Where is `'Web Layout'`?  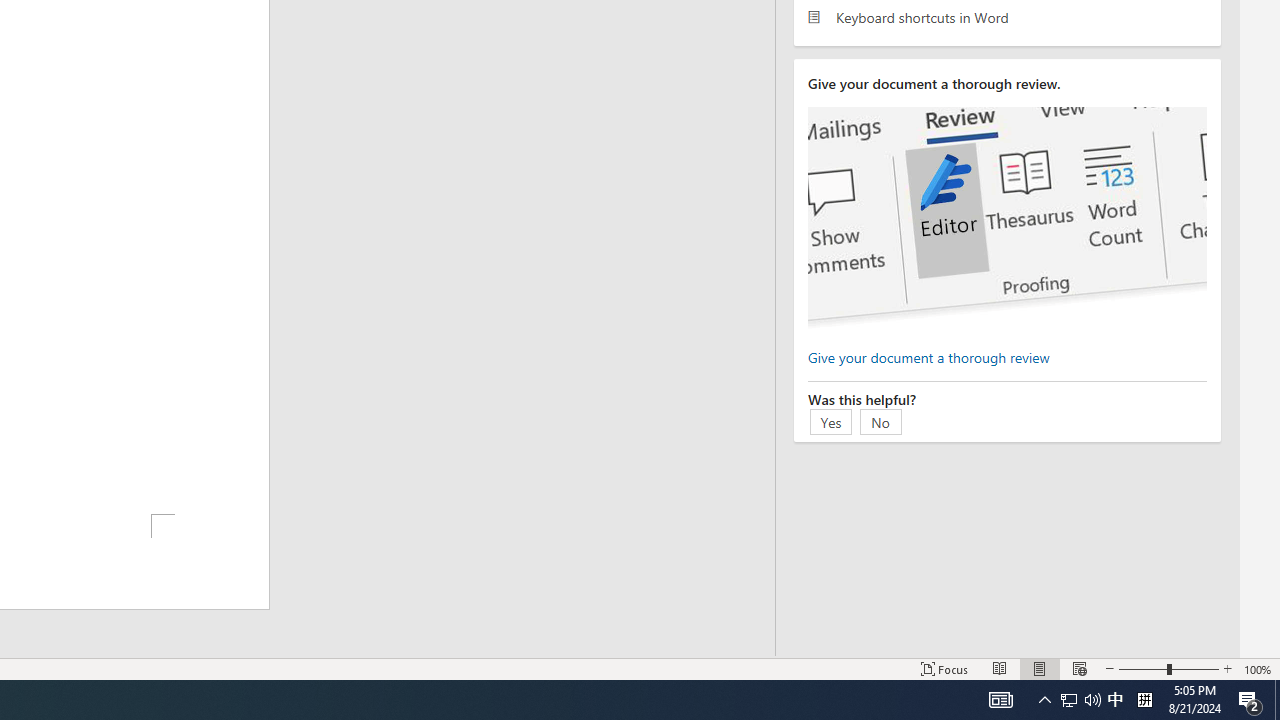 'Web Layout' is located at coordinates (1078, 669).